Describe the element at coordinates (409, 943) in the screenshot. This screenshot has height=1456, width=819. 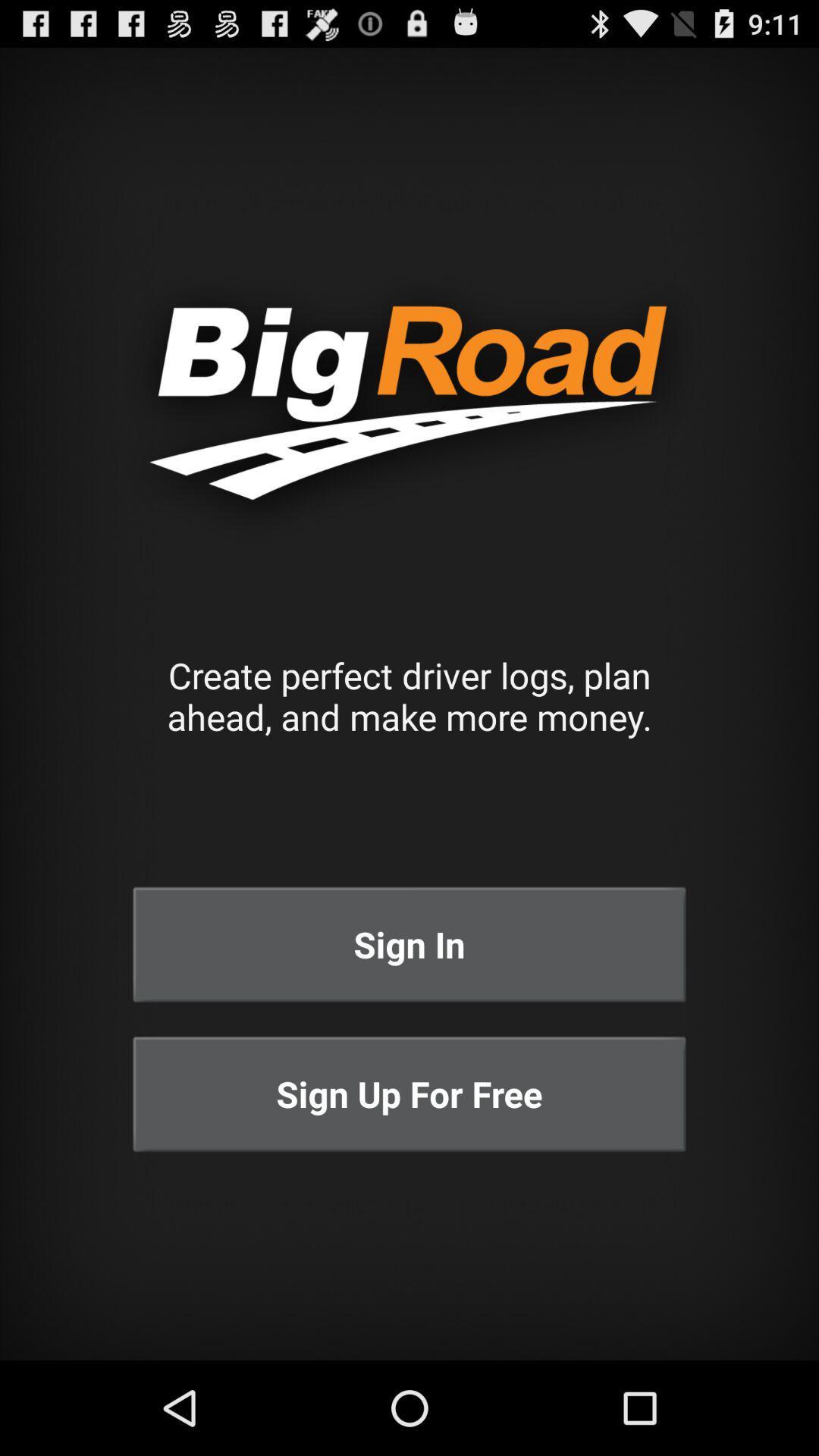
I see `the sign in button` at that location.